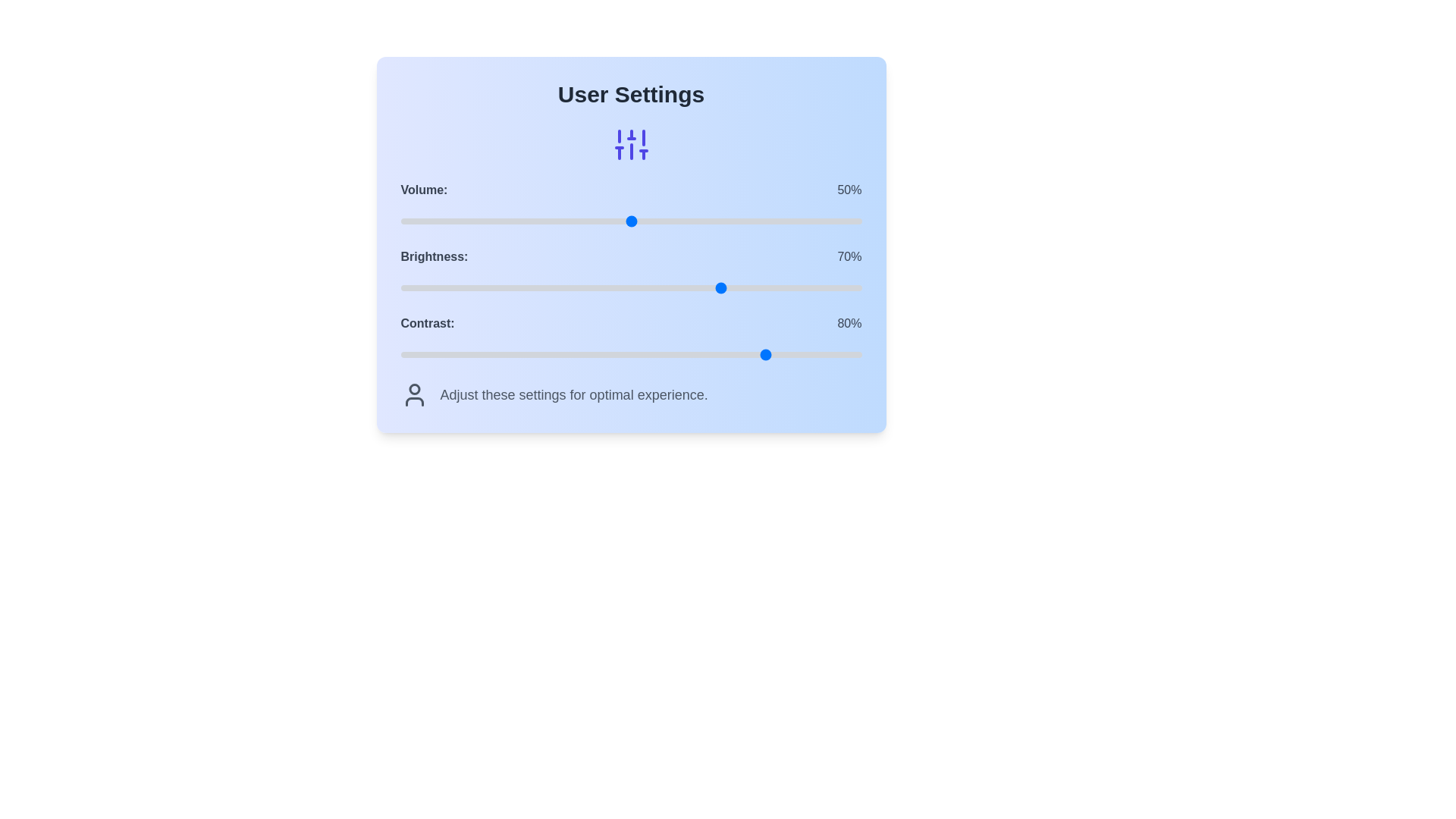  What do you see at coordinates (814, 354) in the screenshot?
I see `contrast` at bounding box center [814, 354].